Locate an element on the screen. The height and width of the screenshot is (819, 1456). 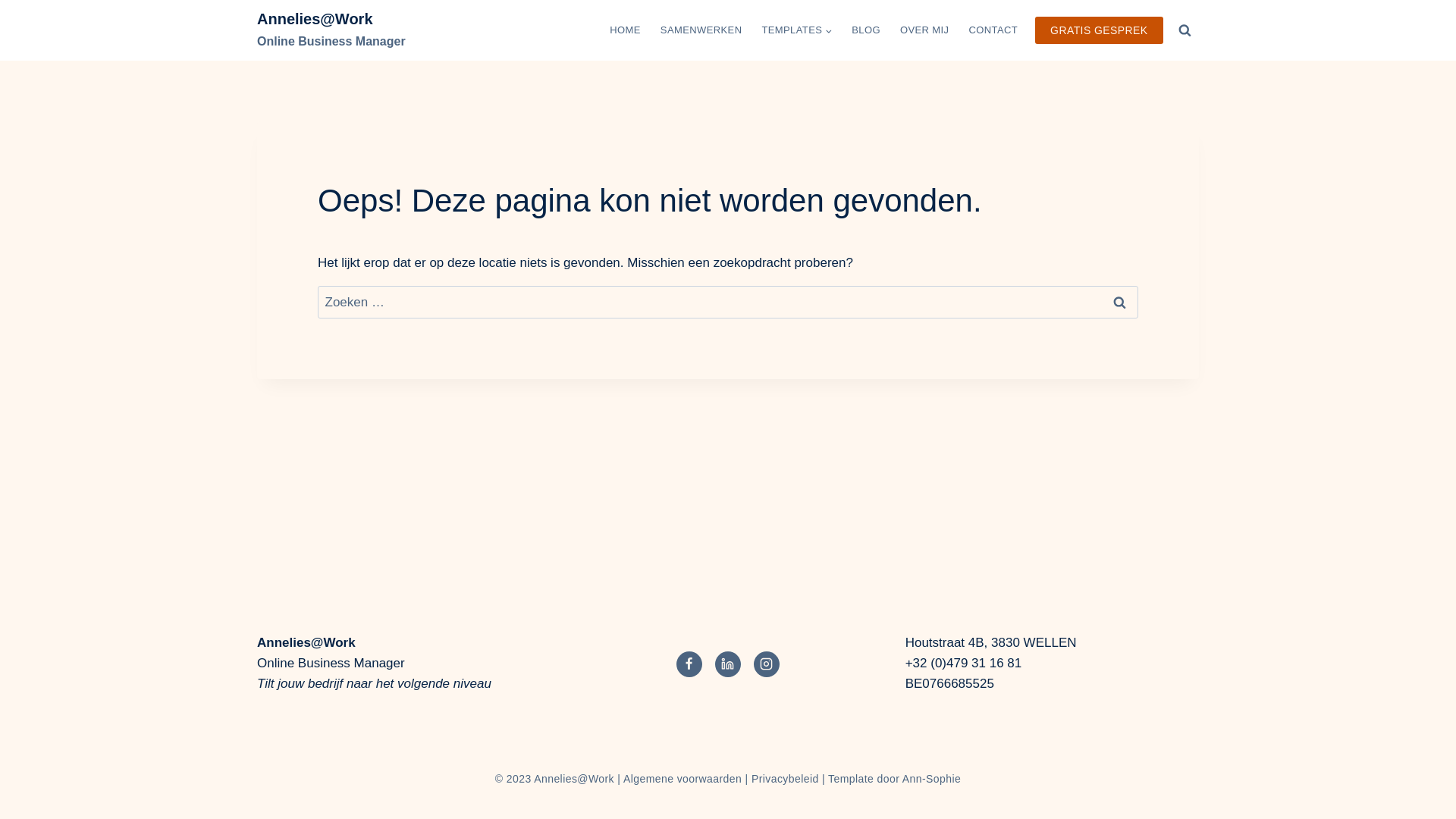
'HOME' is located at coordinates (625, 30).